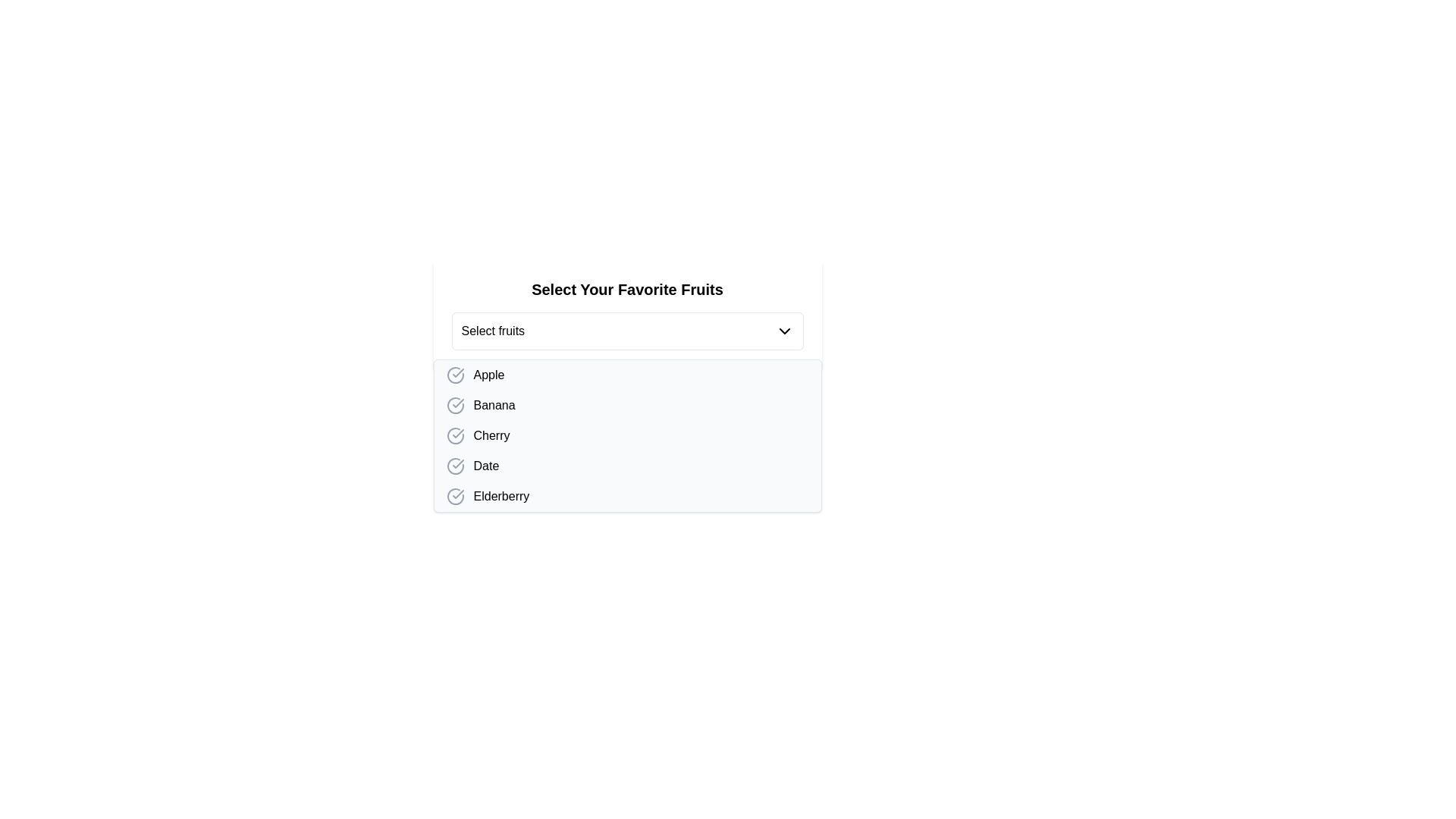 This screenshot has width=1456, height=819. I want to click on text label element displaying 'Select fruits', which is located within a dropdown menu selector, positioned to the left of a downwards-facing chevron icon, so click(493, 330).